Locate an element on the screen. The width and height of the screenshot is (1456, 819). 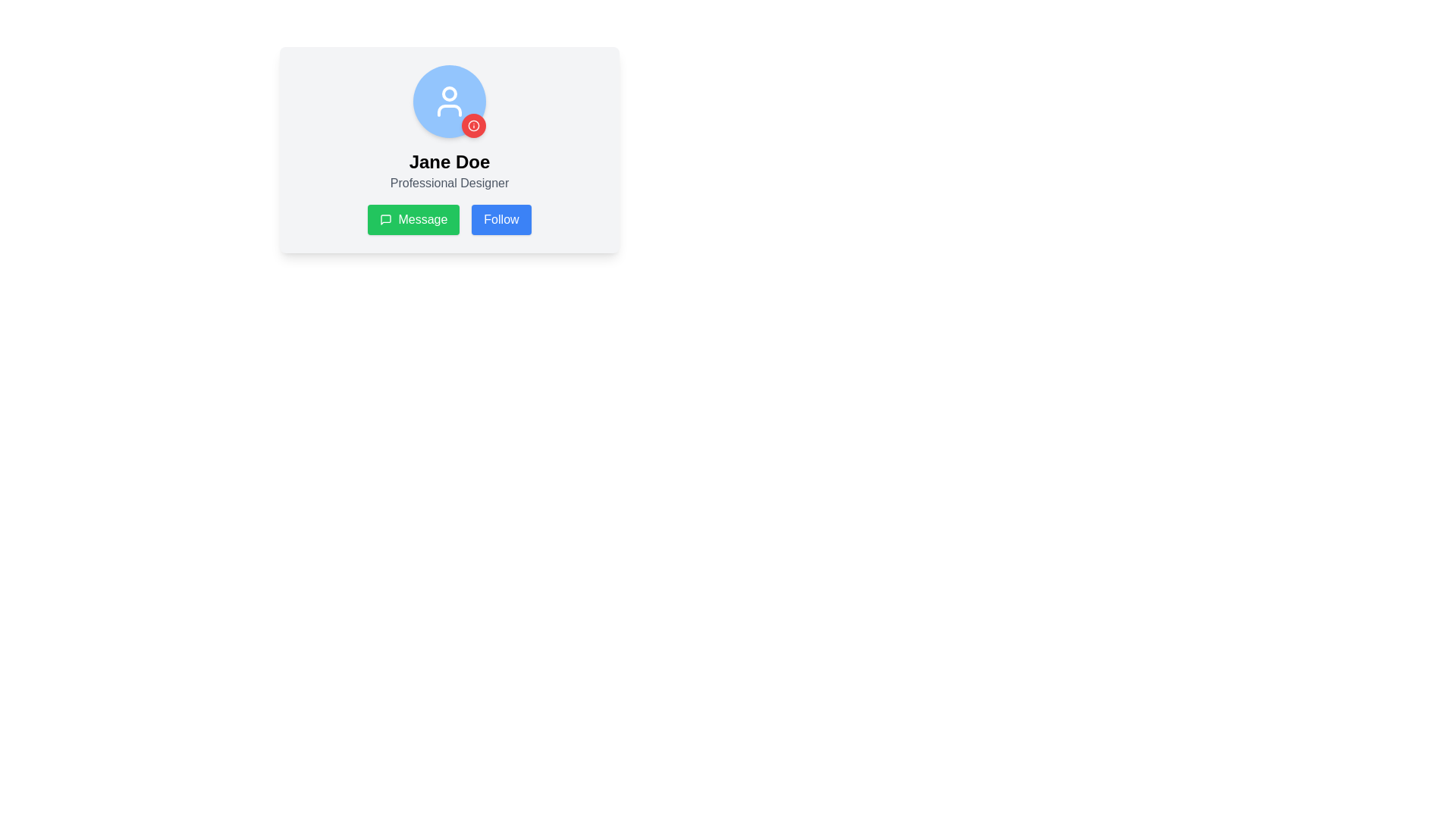
the profile information icon located at the bottom-right corner of the profile image area is located at coordinates (472, 124).